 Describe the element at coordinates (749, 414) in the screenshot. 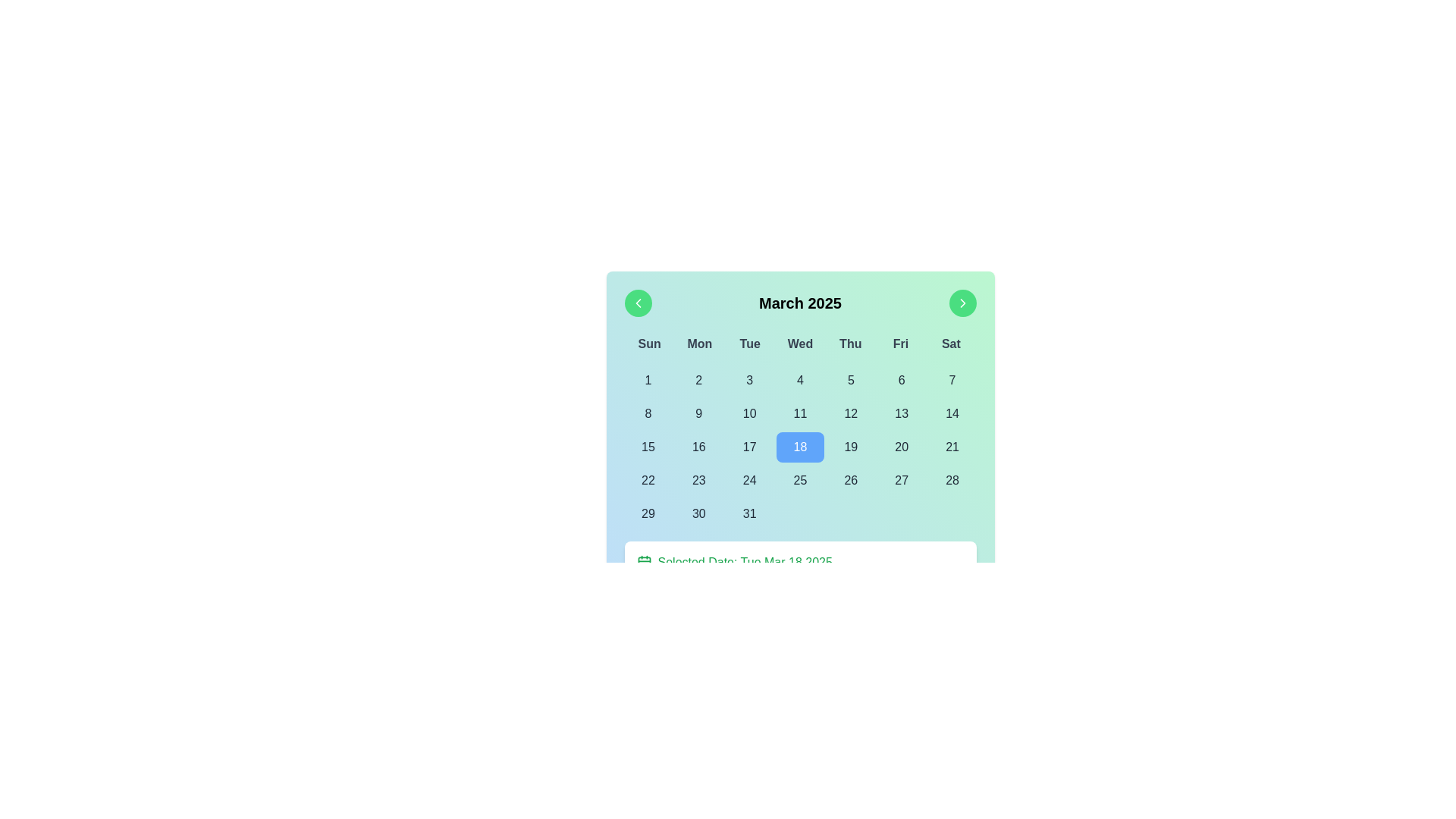

I see `the small, rectangular button labeled '10' located in the second row and third column of the calendar grid` at that location.